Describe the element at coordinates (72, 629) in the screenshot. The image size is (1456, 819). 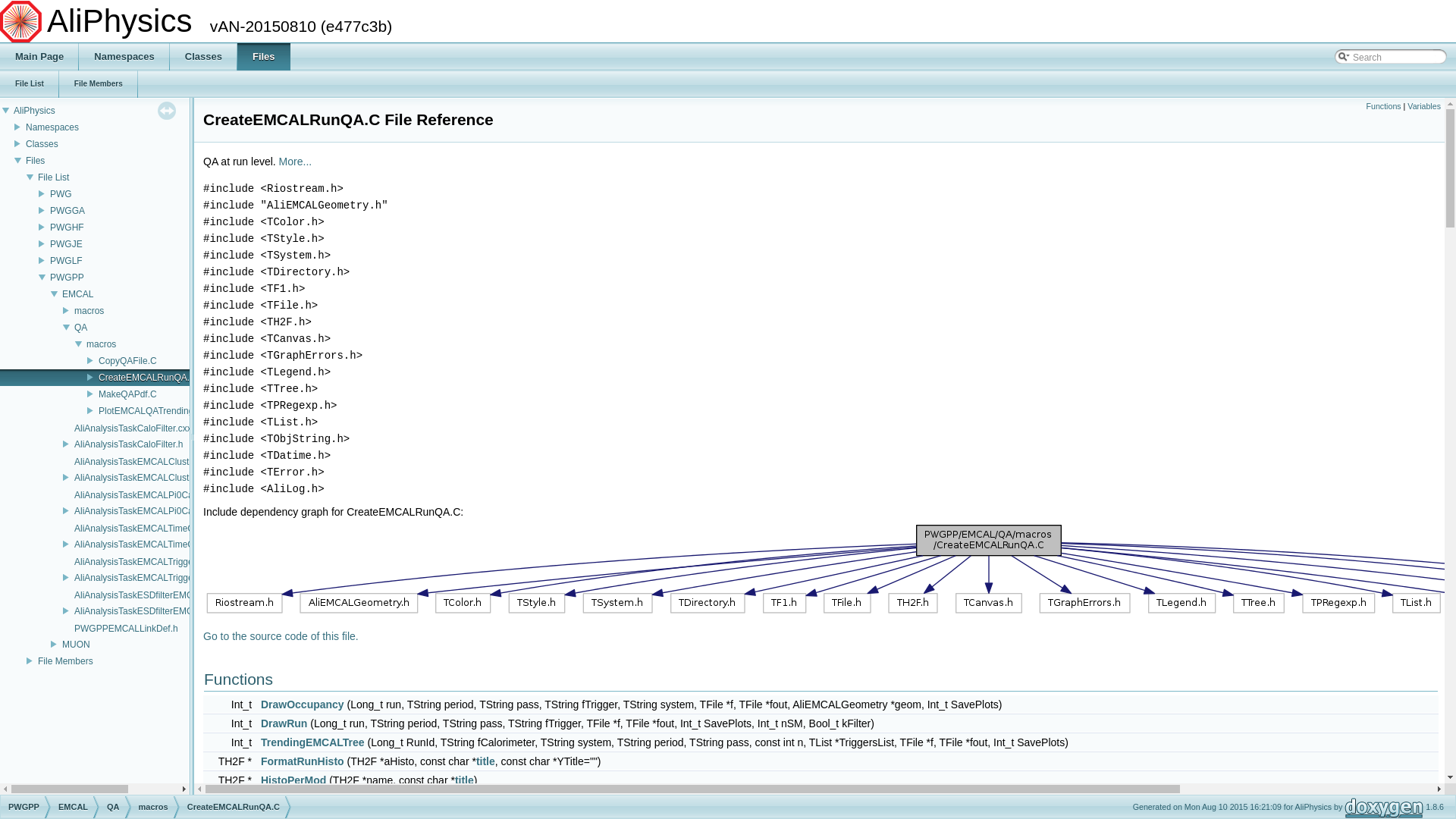
I see `'PWGPPEMCALLinkDef.h'` at that location.